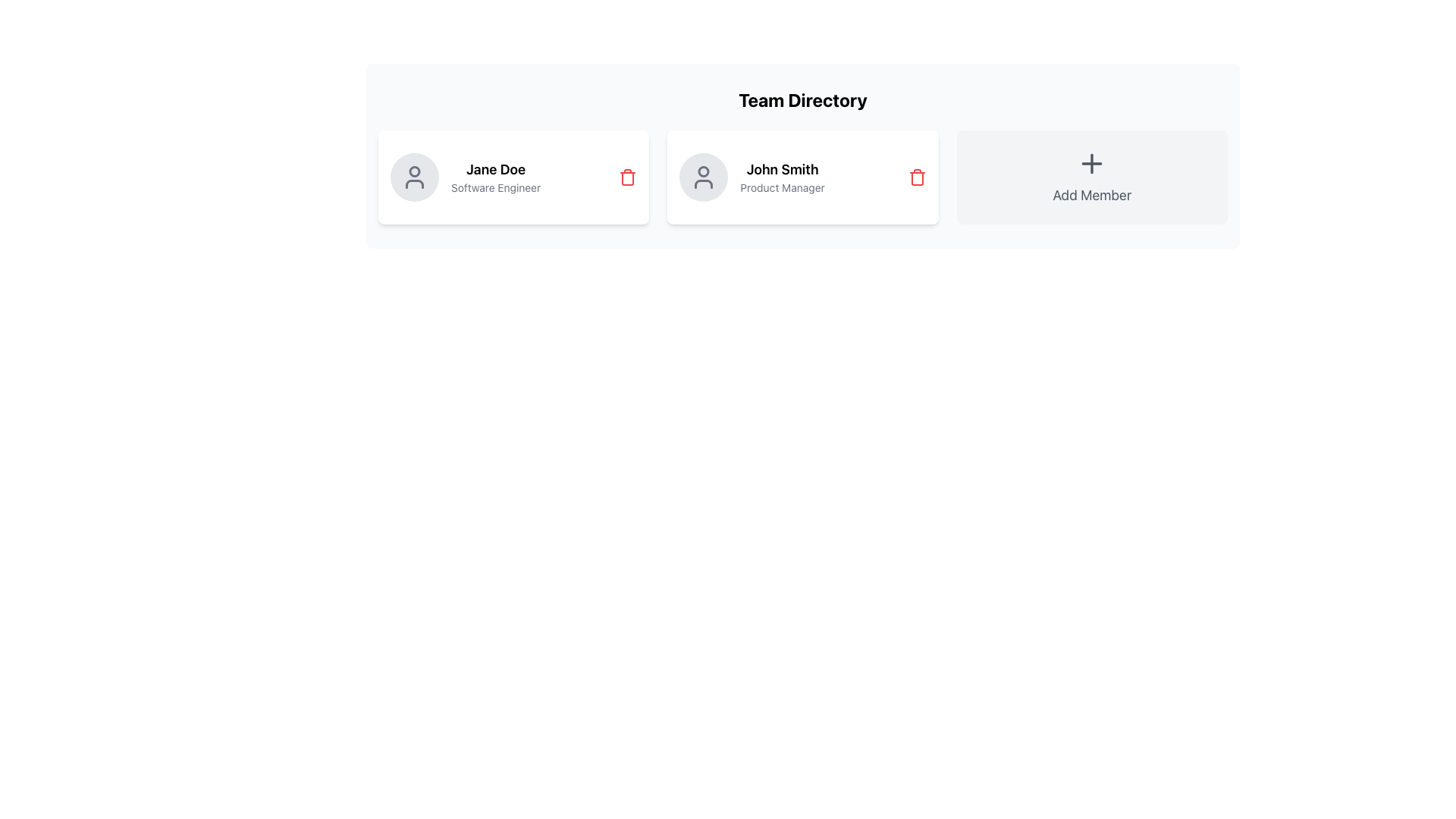  What do you see at coordinates (496, 169) in the screenshot?
I see `text label displaying the name 'Jane Doe', which is styled in bold characters and positioned at the top of a card layout` at bounding box center [496, 169].